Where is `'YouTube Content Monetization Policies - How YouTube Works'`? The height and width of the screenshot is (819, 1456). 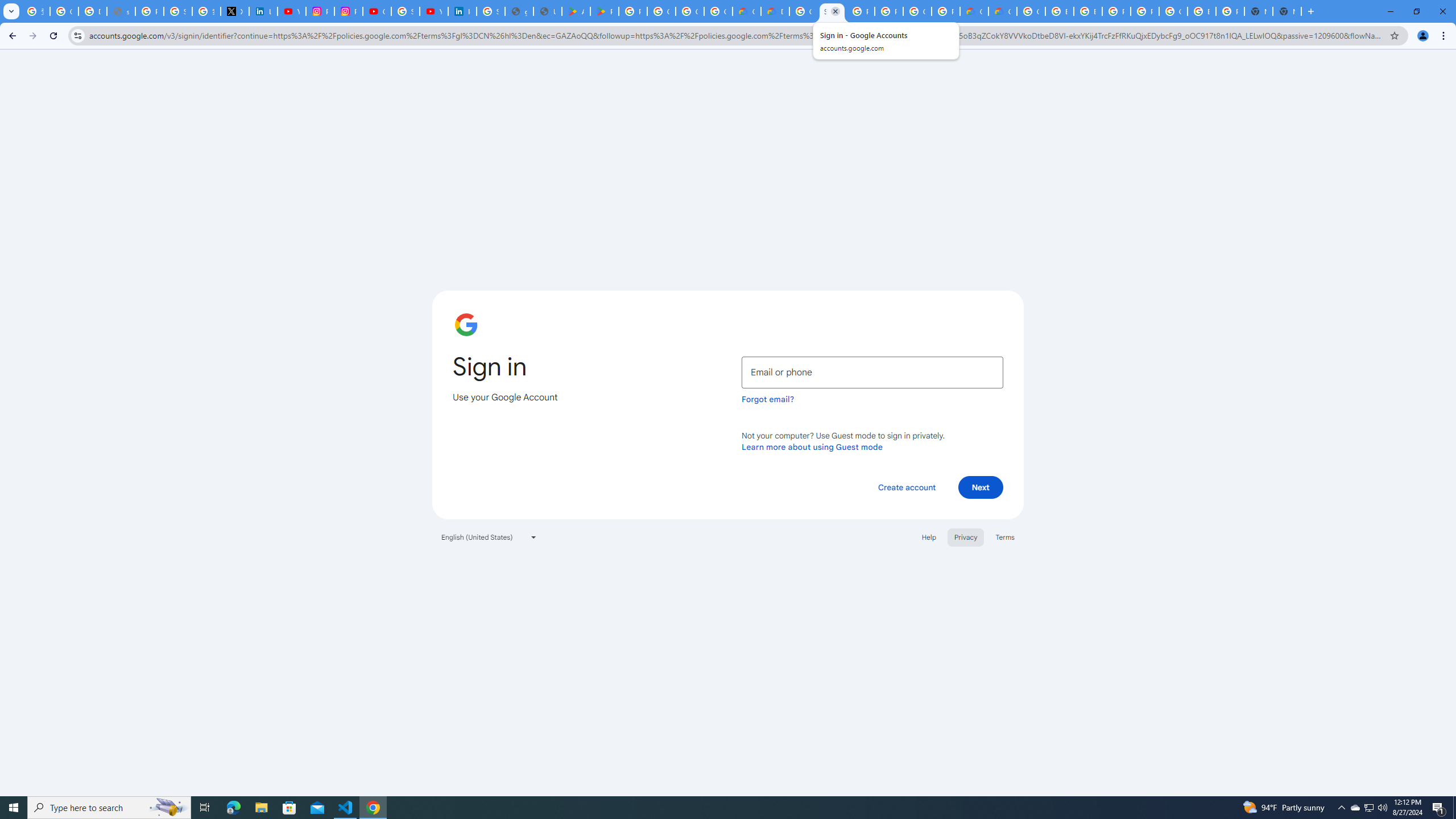
'YouTube Content Monetization Policies - How YouTube Works' is located at coordinates (292, 11).